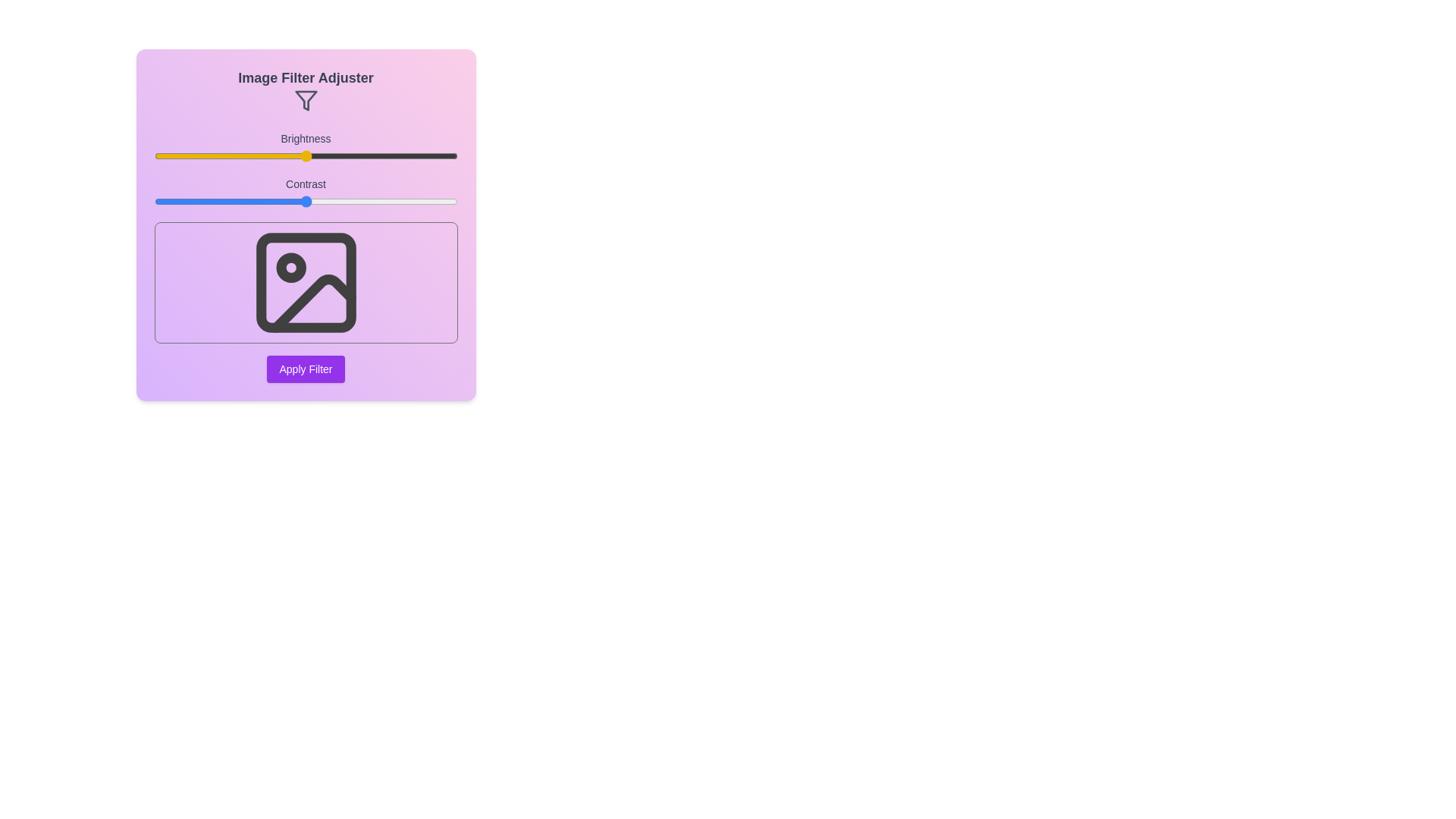 The width and height of the screenshot is (1456, 819). What do you see at coordinates (378, 155) in the screenshot?
I see `the brightness slider to 74% and observe the preview image` at bounding box center [378, 155].